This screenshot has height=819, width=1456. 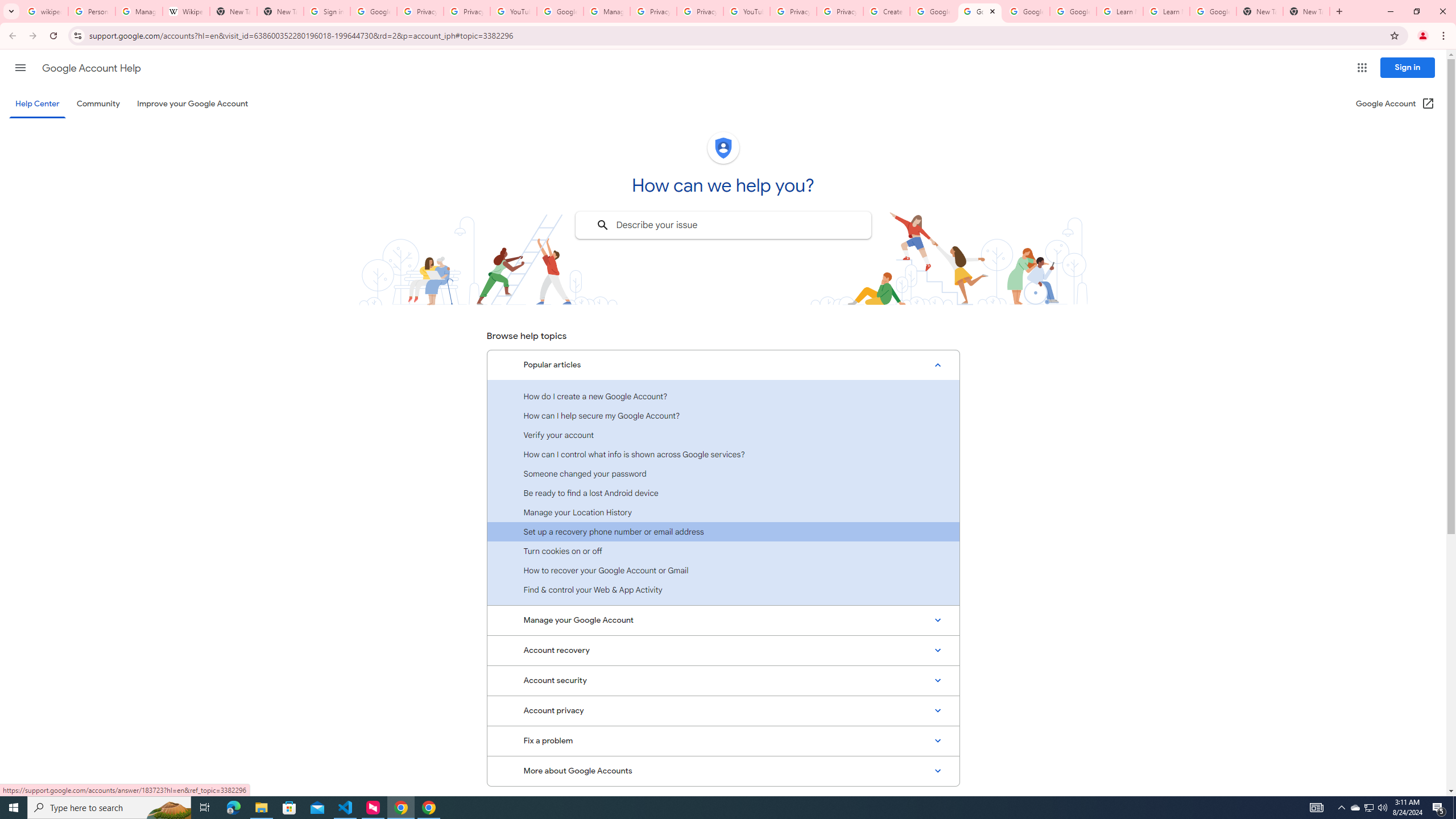 What do you see at coordinates (723, 650) in the screenshot?
I see `'Account recovery'` at bounding box center [723, 650].